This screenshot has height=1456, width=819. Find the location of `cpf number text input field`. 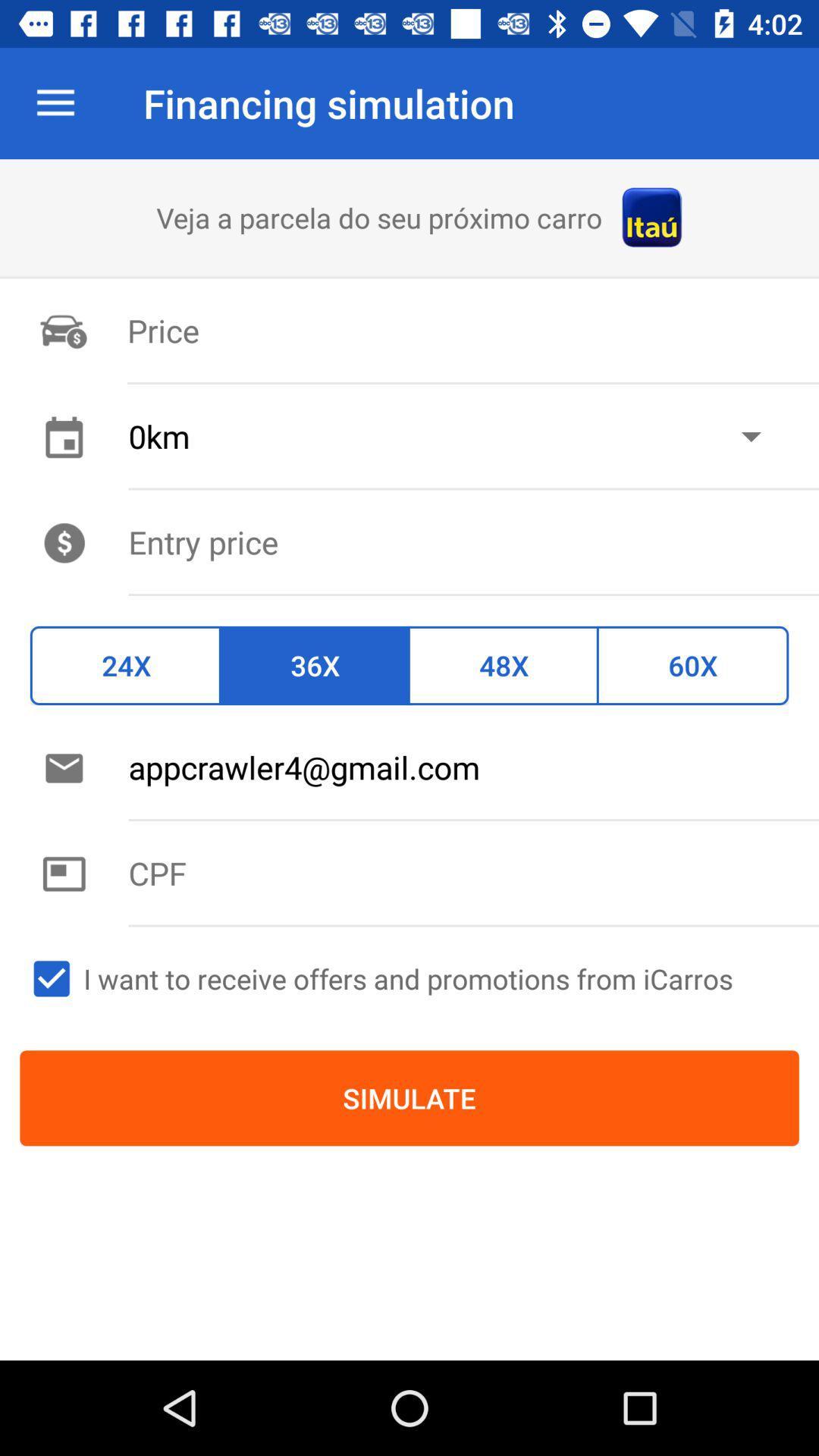

cpf number text input field is located at coordinates (472, 873).